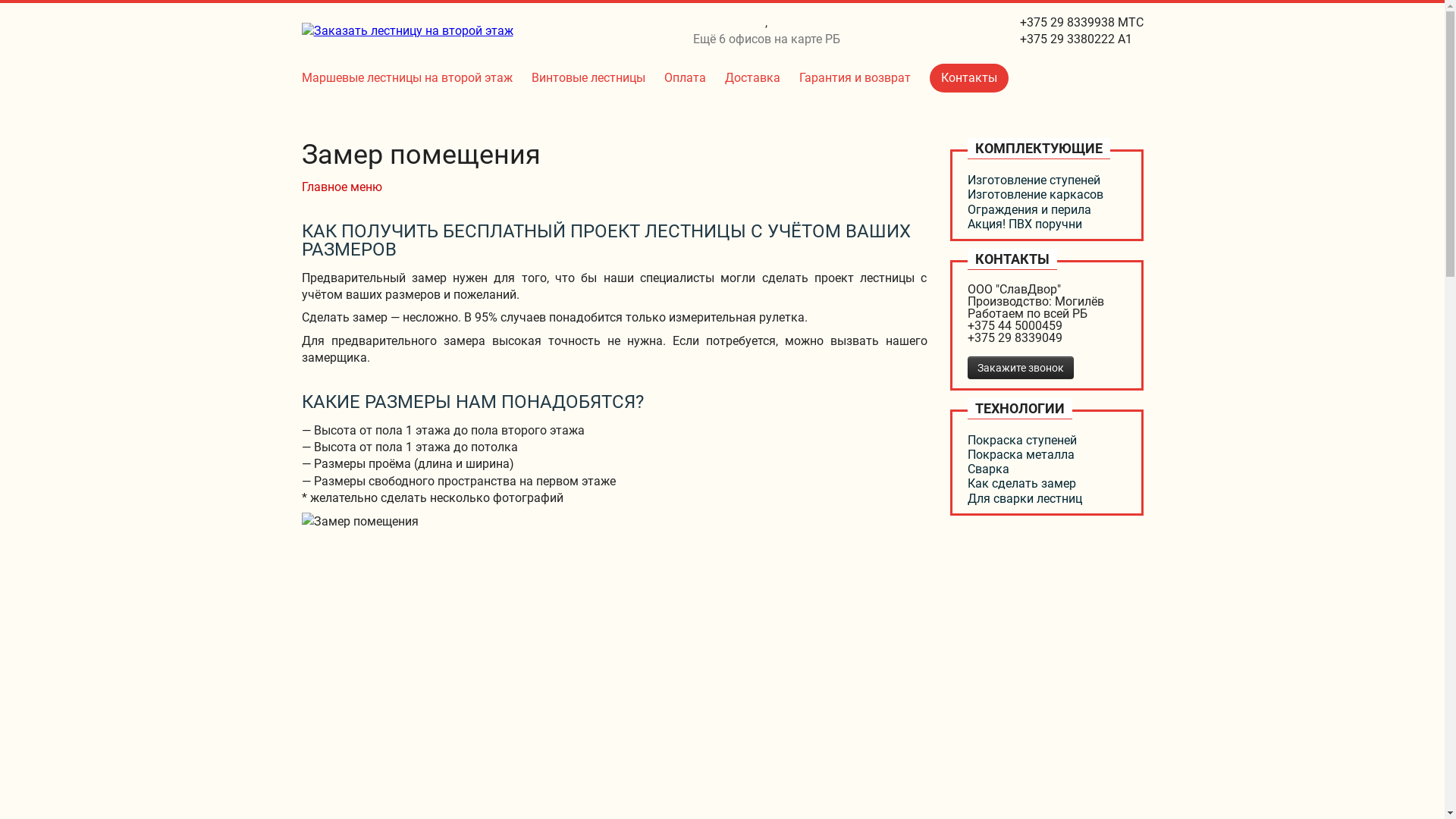 Image resolution: width=1456 pixels, height=819 pixels. I want to click on '+375 29 8339938', so click(1019, 22).